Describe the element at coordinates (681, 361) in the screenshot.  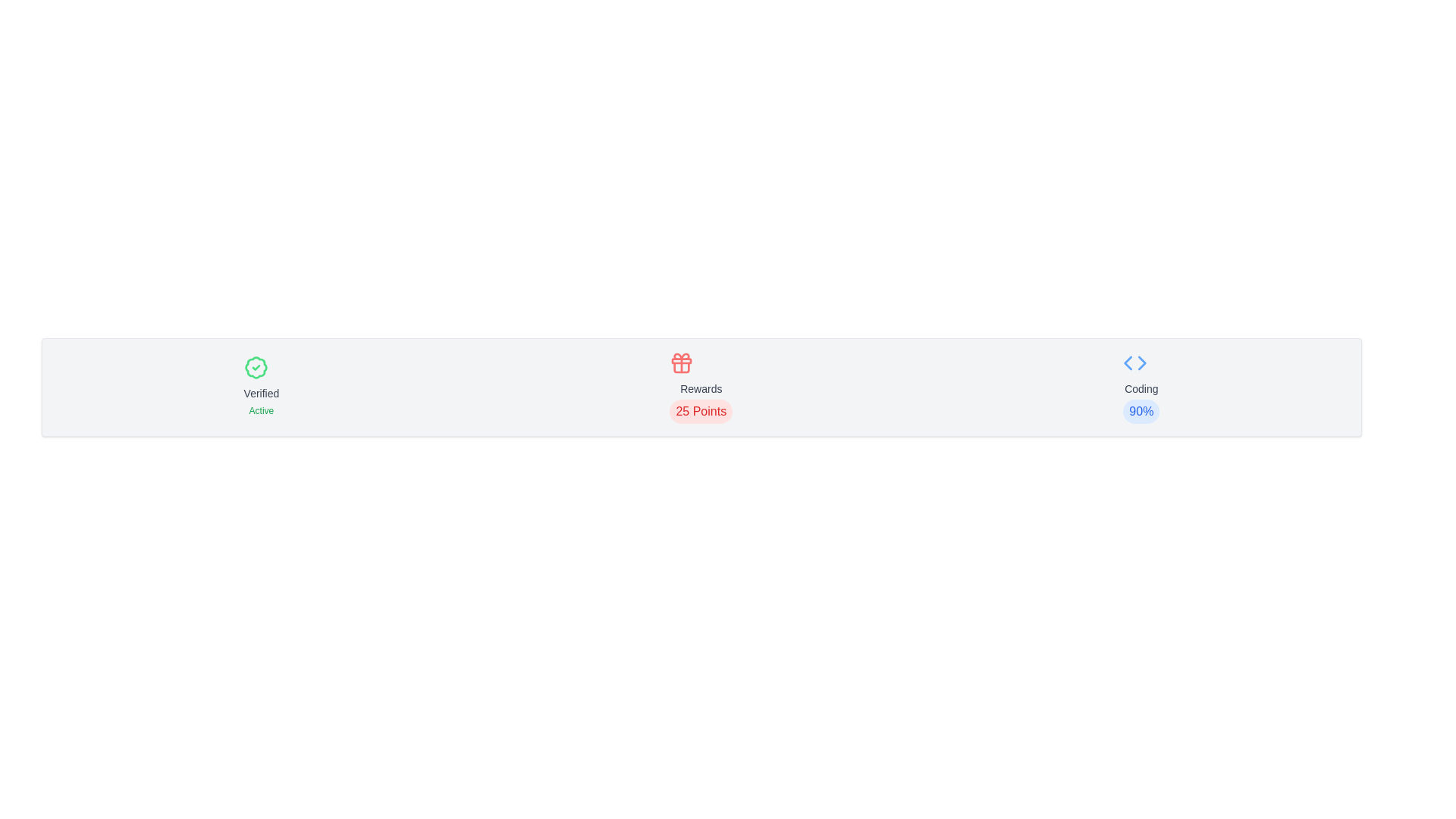
I see `the decorative graphical element that is part of the gift icon, specifically the horizontal bar across the middle of the gift box` at that location.